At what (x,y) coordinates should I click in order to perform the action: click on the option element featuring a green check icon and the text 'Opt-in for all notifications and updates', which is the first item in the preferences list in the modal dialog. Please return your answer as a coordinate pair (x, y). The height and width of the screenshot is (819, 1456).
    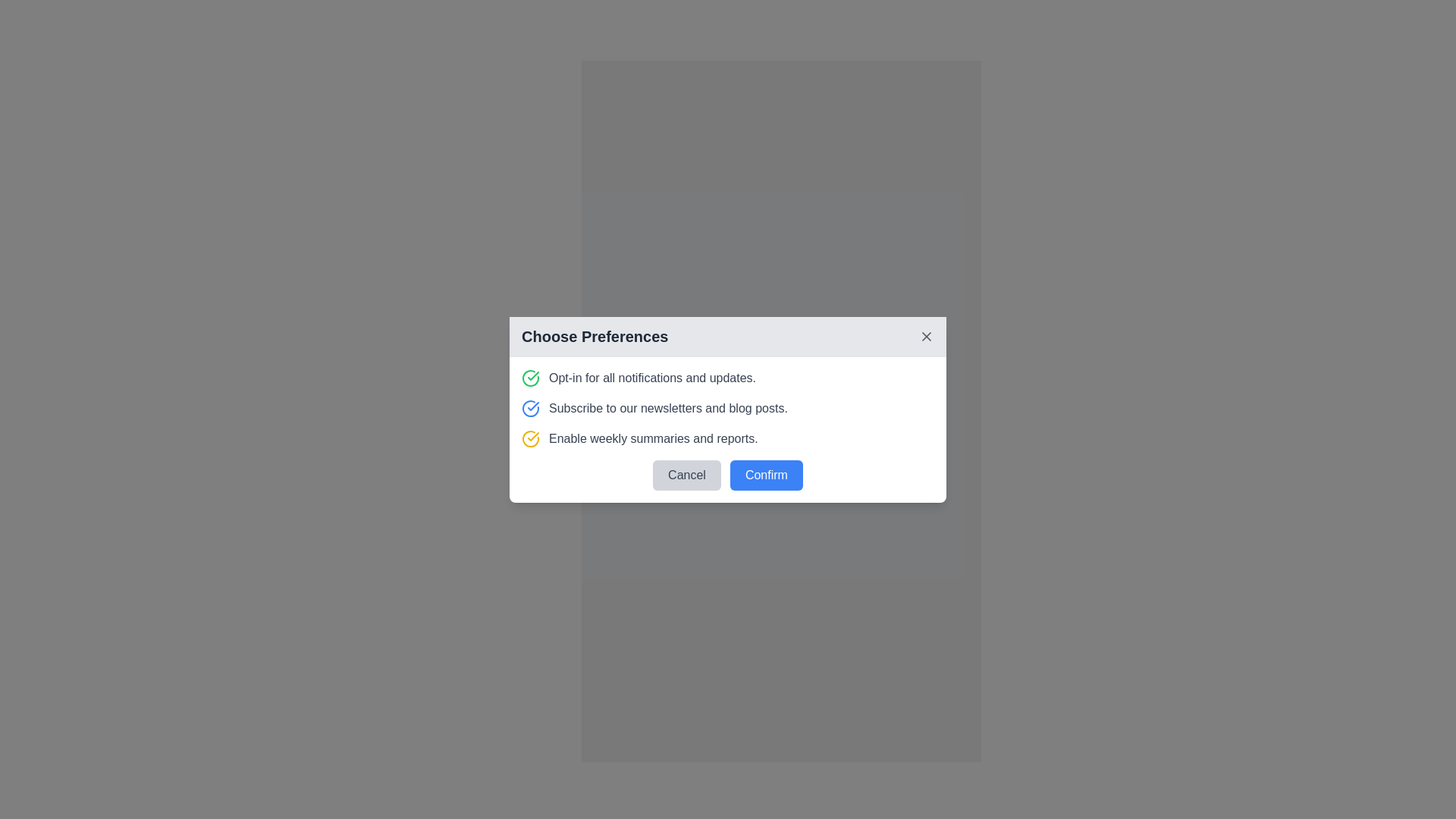
    Looking at the image, I should click on (728, 377).